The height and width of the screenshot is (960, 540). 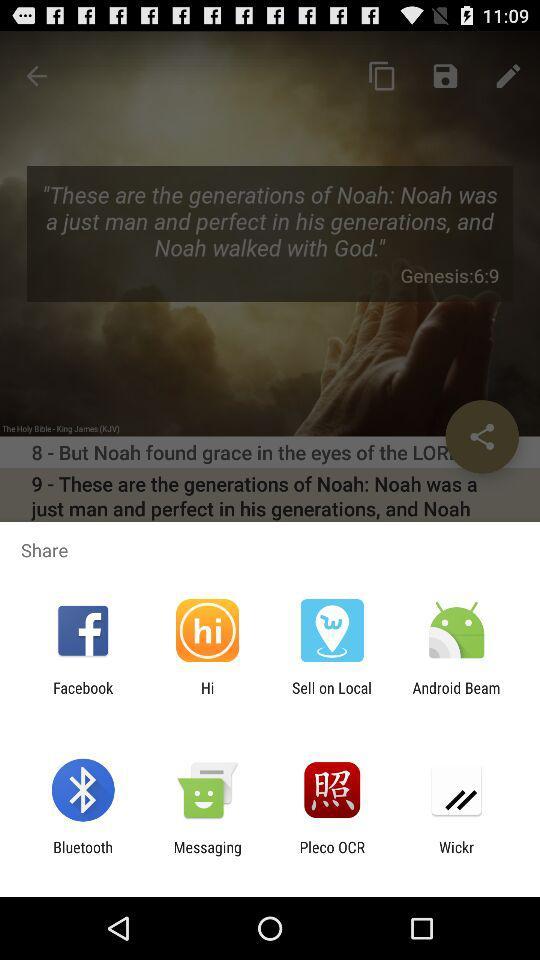 I want to click on app next to hi icon, so click(x=82, y=696).